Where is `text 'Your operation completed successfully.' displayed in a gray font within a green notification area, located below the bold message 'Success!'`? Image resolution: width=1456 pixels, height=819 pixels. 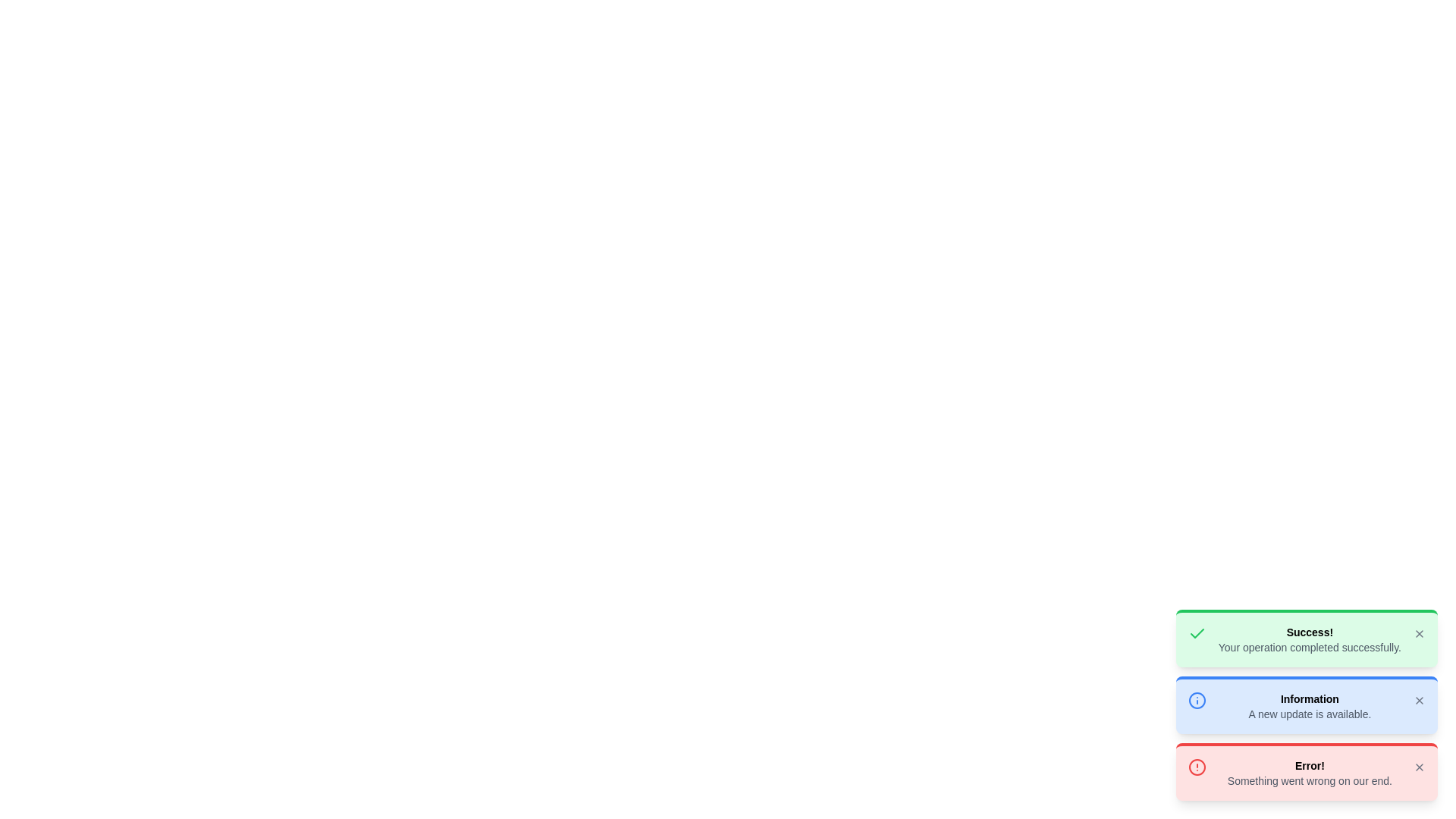
text 'Your operation completed successfully.' displayed in a gray font within a green notification area, located below the bold message 'Success!' is located at coordinates (1309, 647).